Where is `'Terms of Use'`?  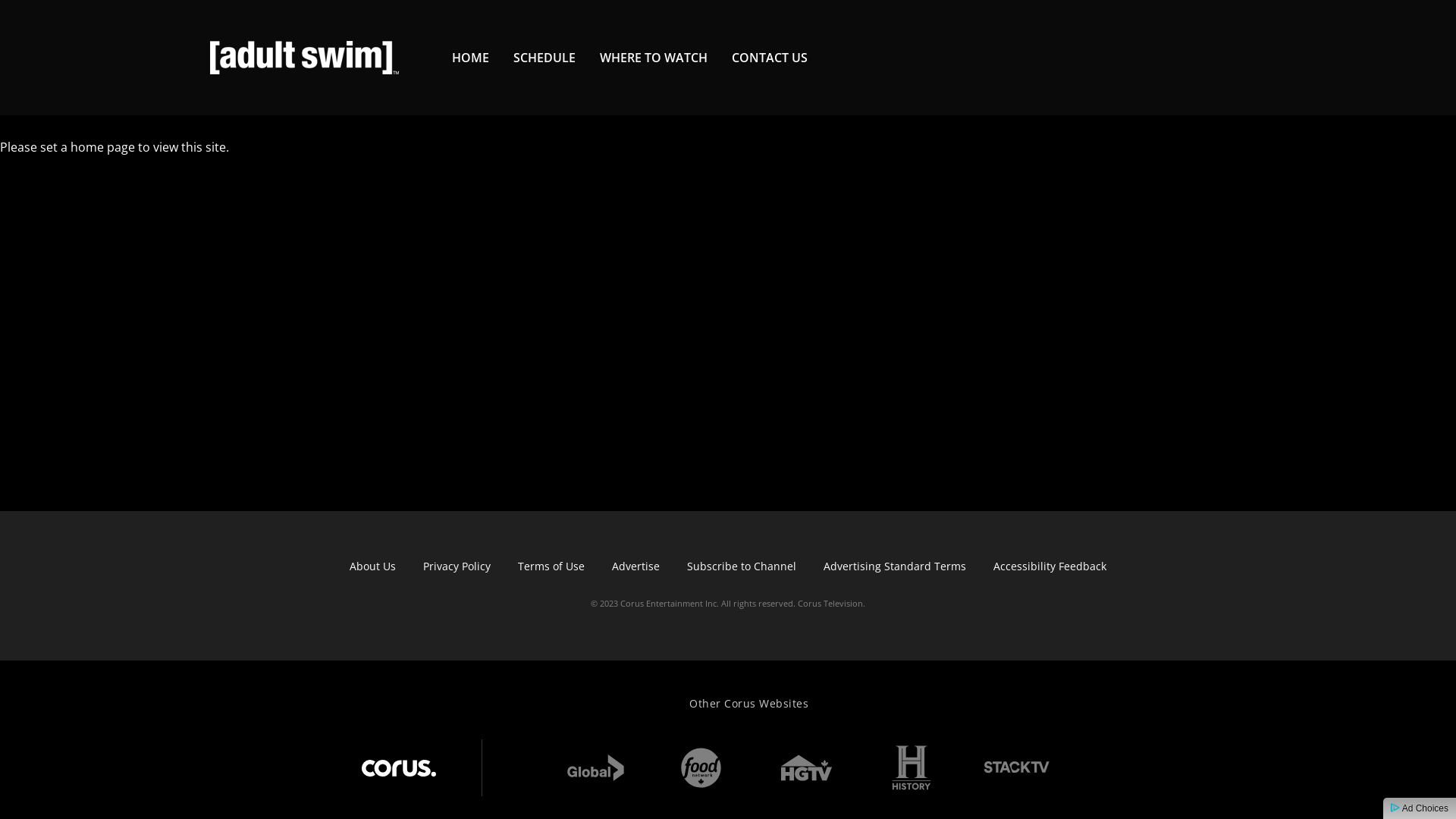 'Terms of Use' is located at coordinates (550, 565).